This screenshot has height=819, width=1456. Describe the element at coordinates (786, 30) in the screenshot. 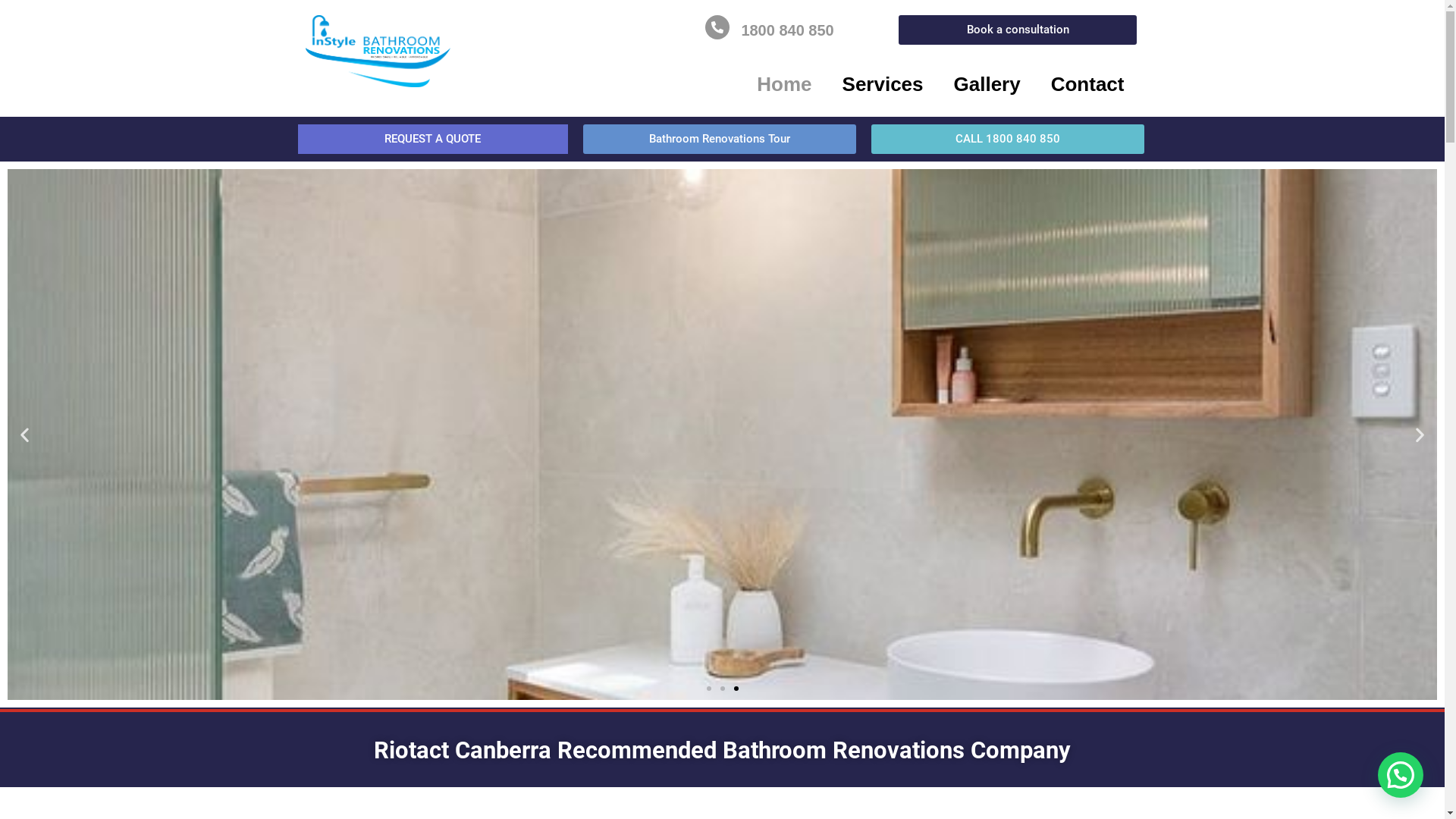

I see `'1800 840 850'` at that location.